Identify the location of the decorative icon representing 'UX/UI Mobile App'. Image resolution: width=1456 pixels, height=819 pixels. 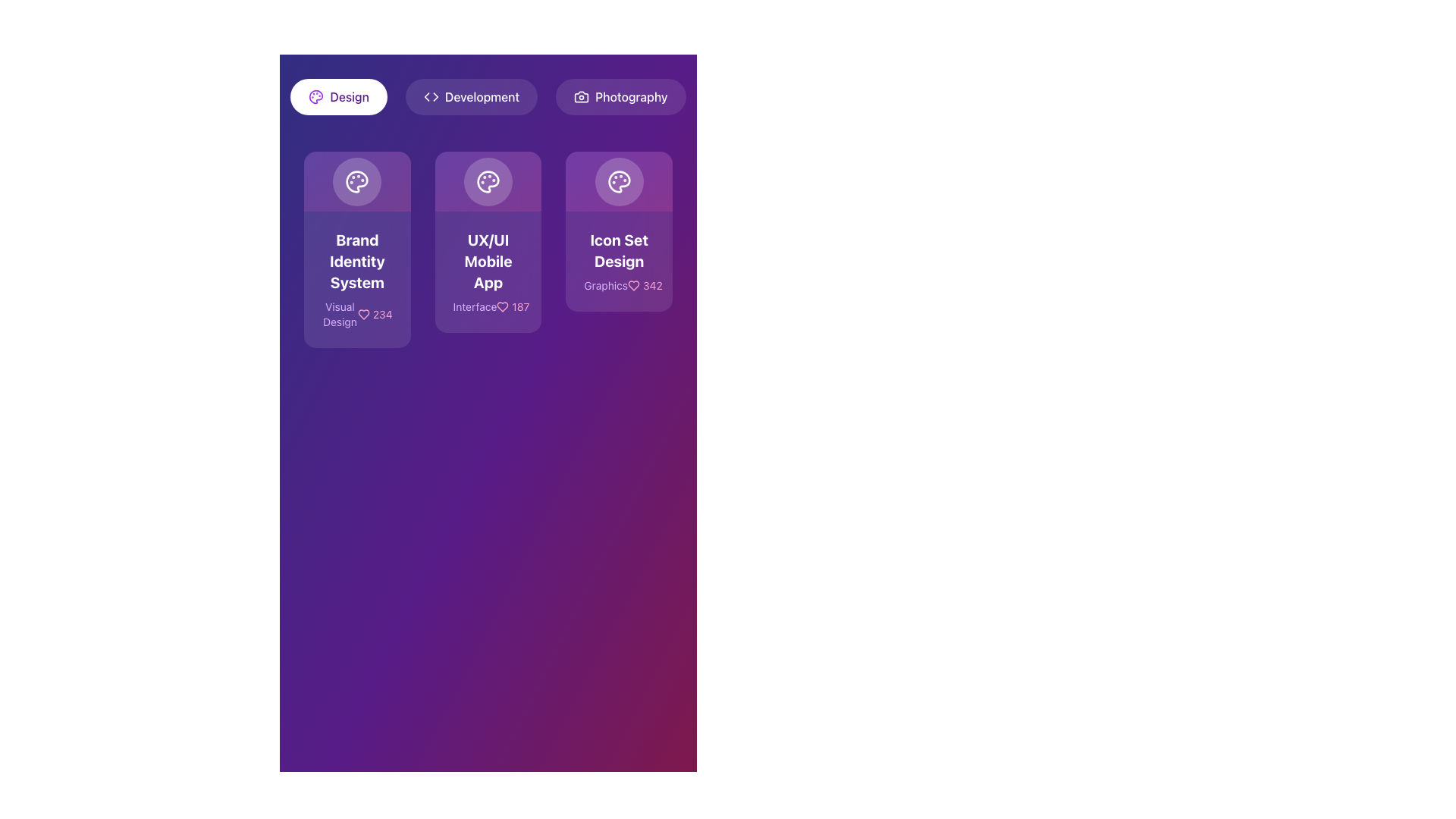
(488, 180).